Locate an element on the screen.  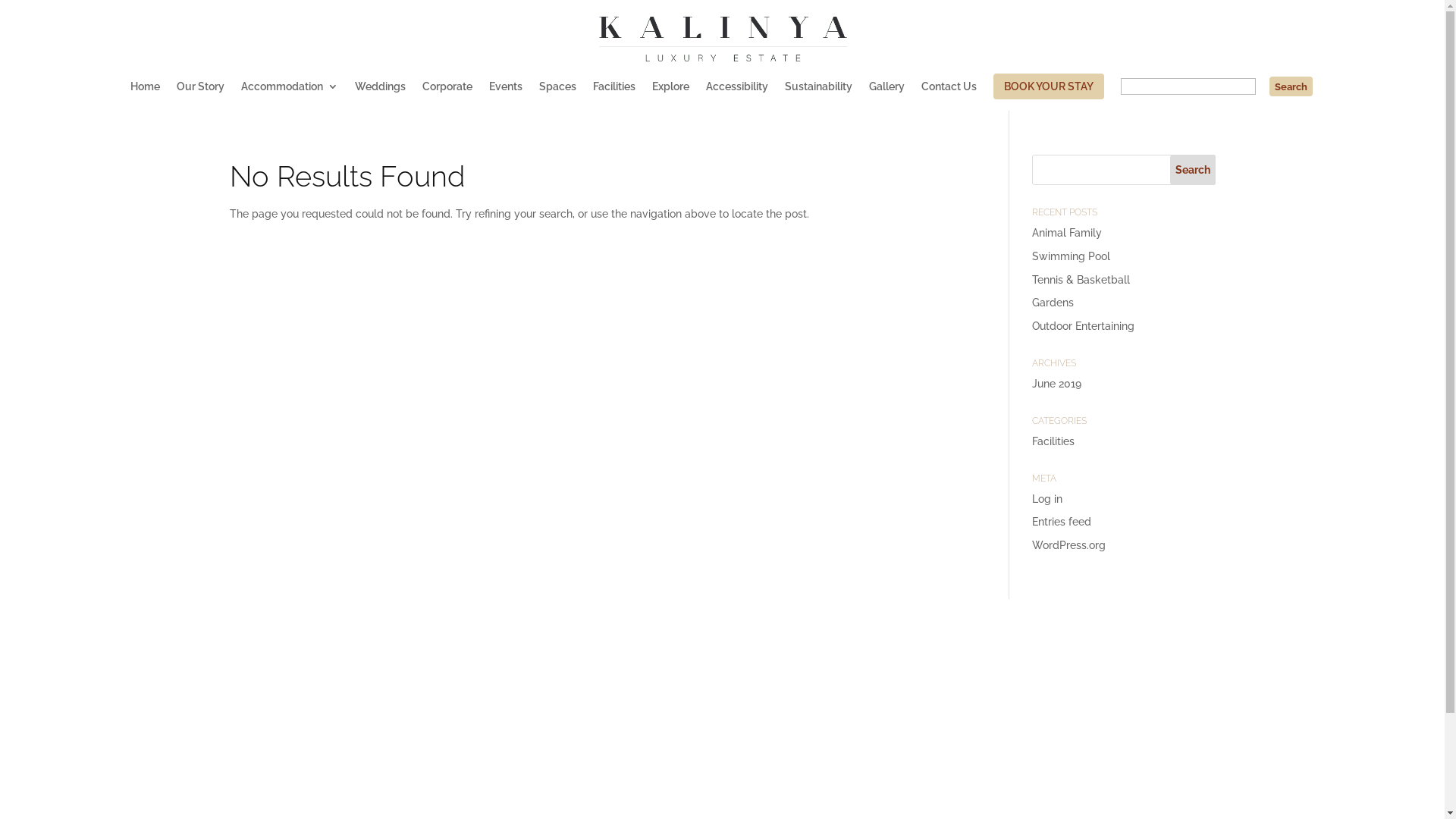
'Entries feed' is located at coordinates (1061, 520).